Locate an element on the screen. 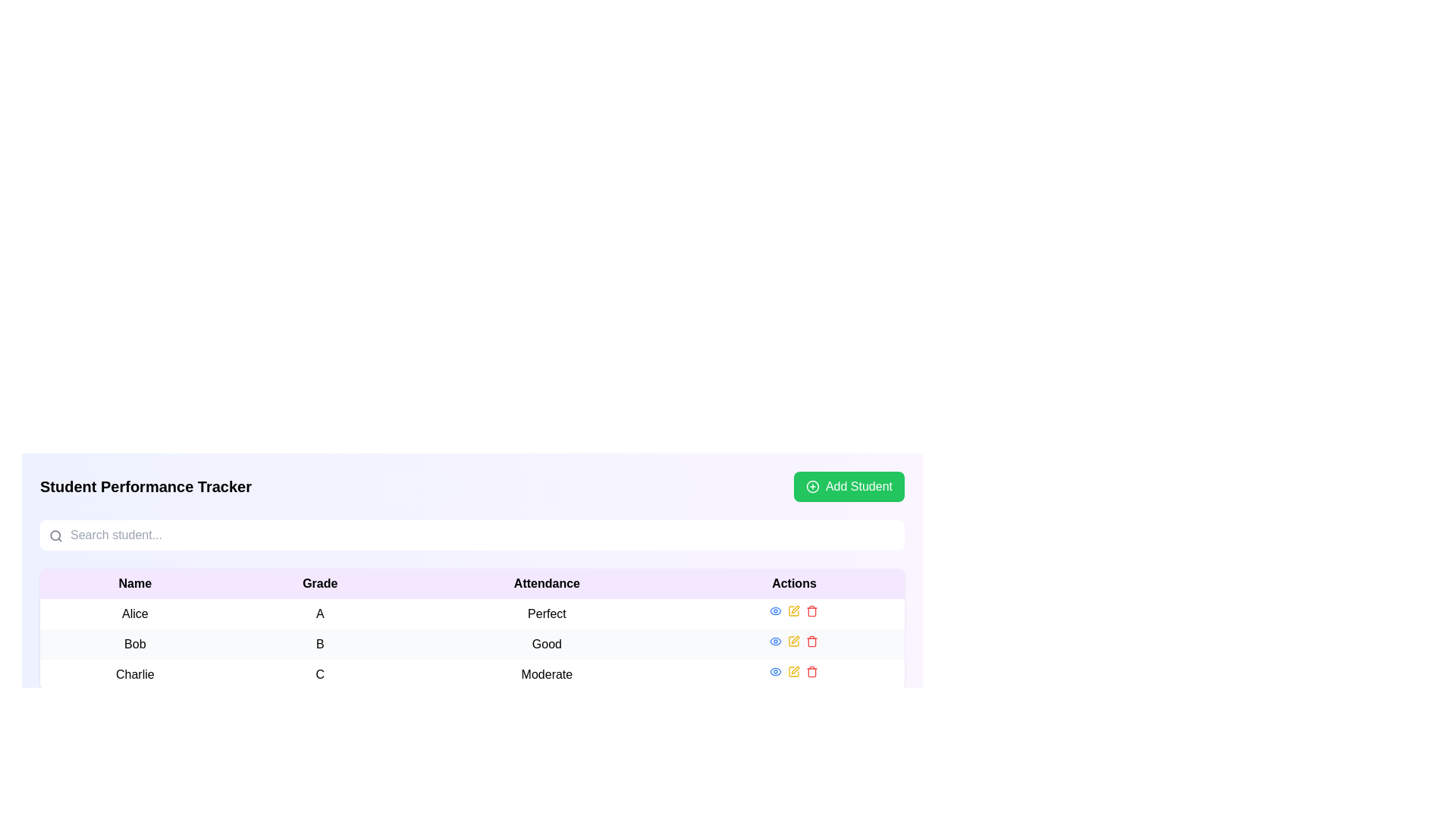  the delete button located in the last column of the actions for the first student row, to the right of the yellow pencil icon is located at coordinates (811, 610).